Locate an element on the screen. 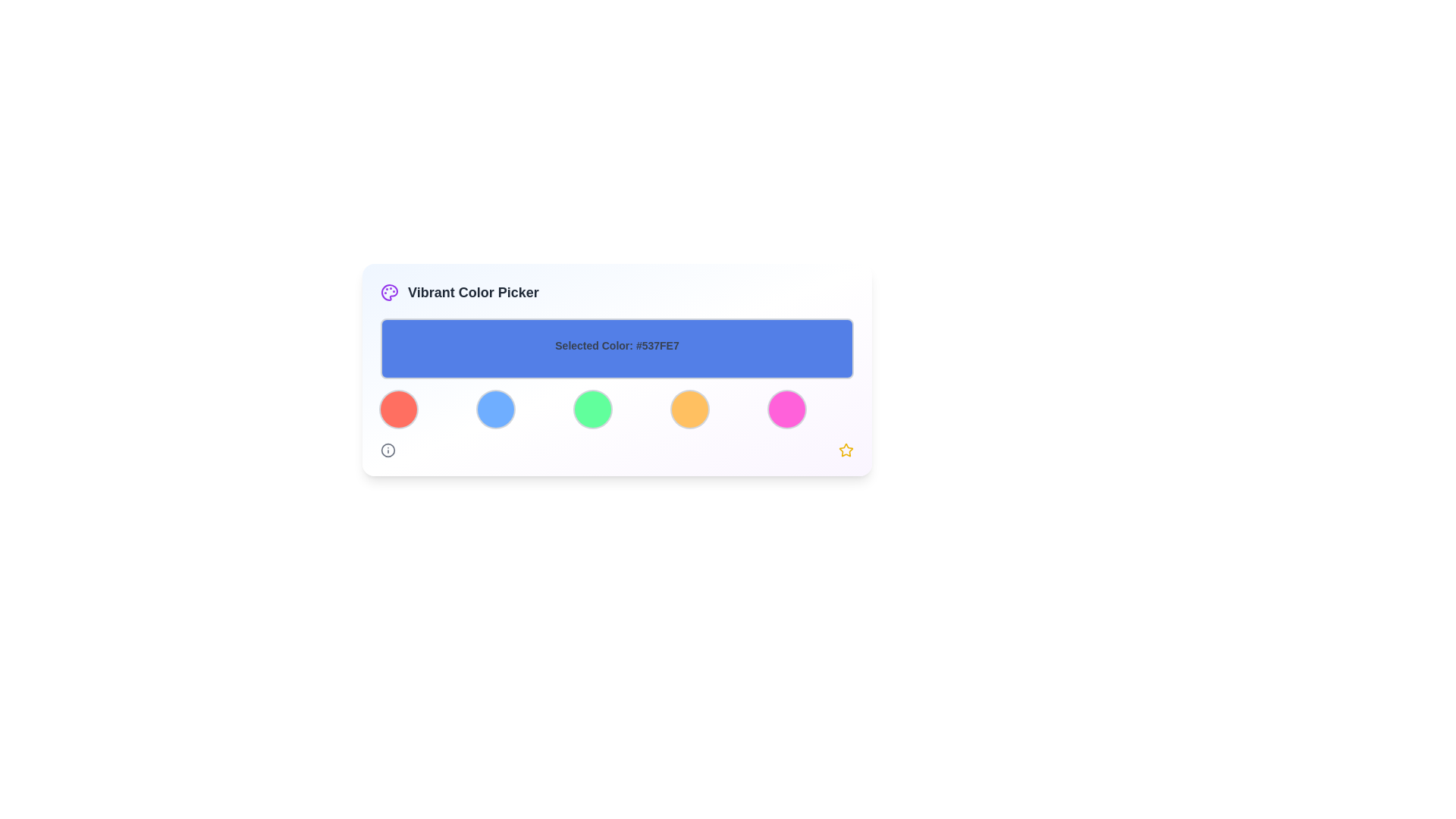 The image size is (1456, 819). the third circular button (green) in the horizontal grid of the 'Vibrant Color Picker' panel is located at coordinates (617, 409).